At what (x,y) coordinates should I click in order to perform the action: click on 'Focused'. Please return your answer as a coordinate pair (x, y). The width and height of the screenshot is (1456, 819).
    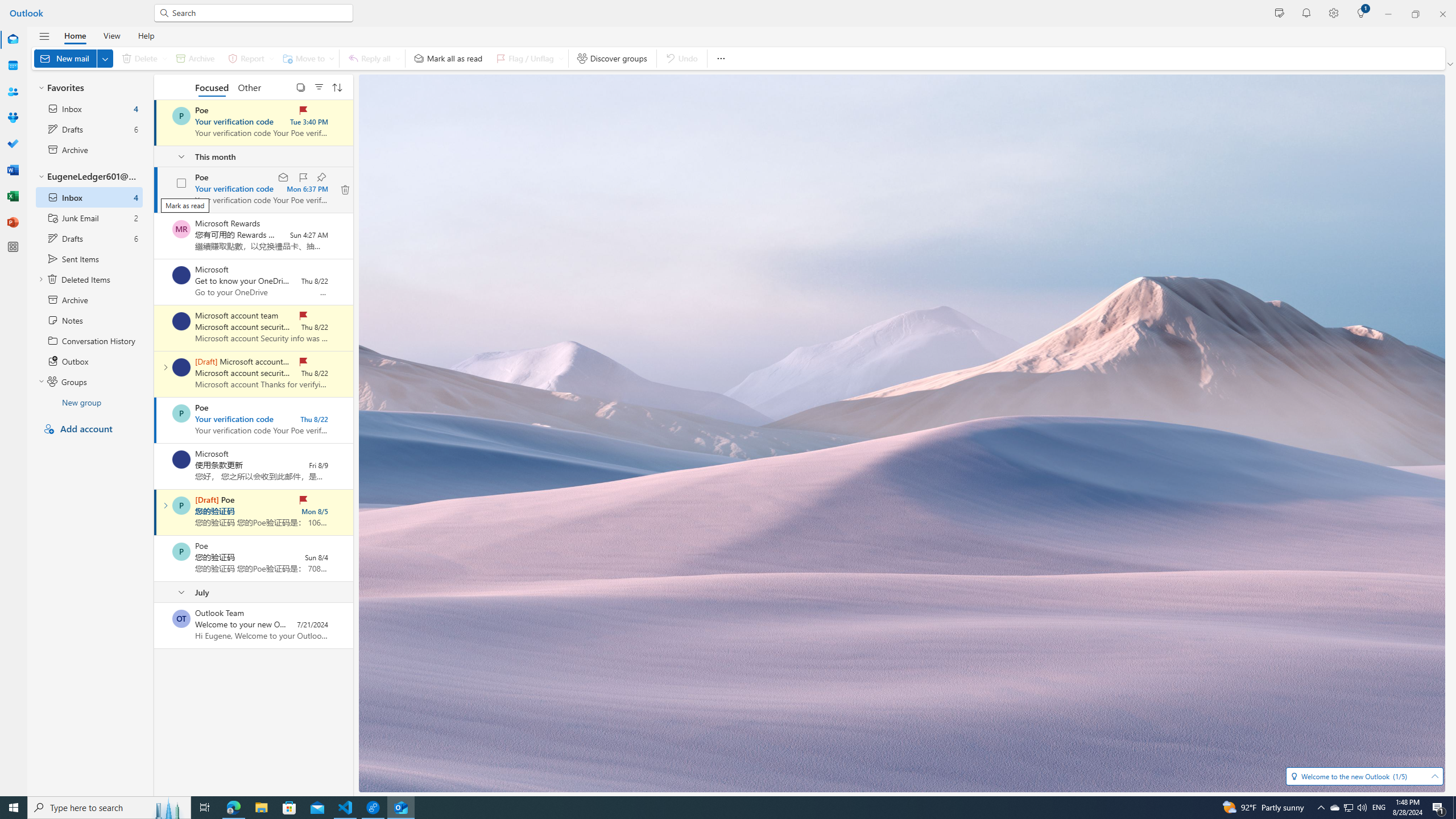
    Looking at the image, I should click on (212, 87).